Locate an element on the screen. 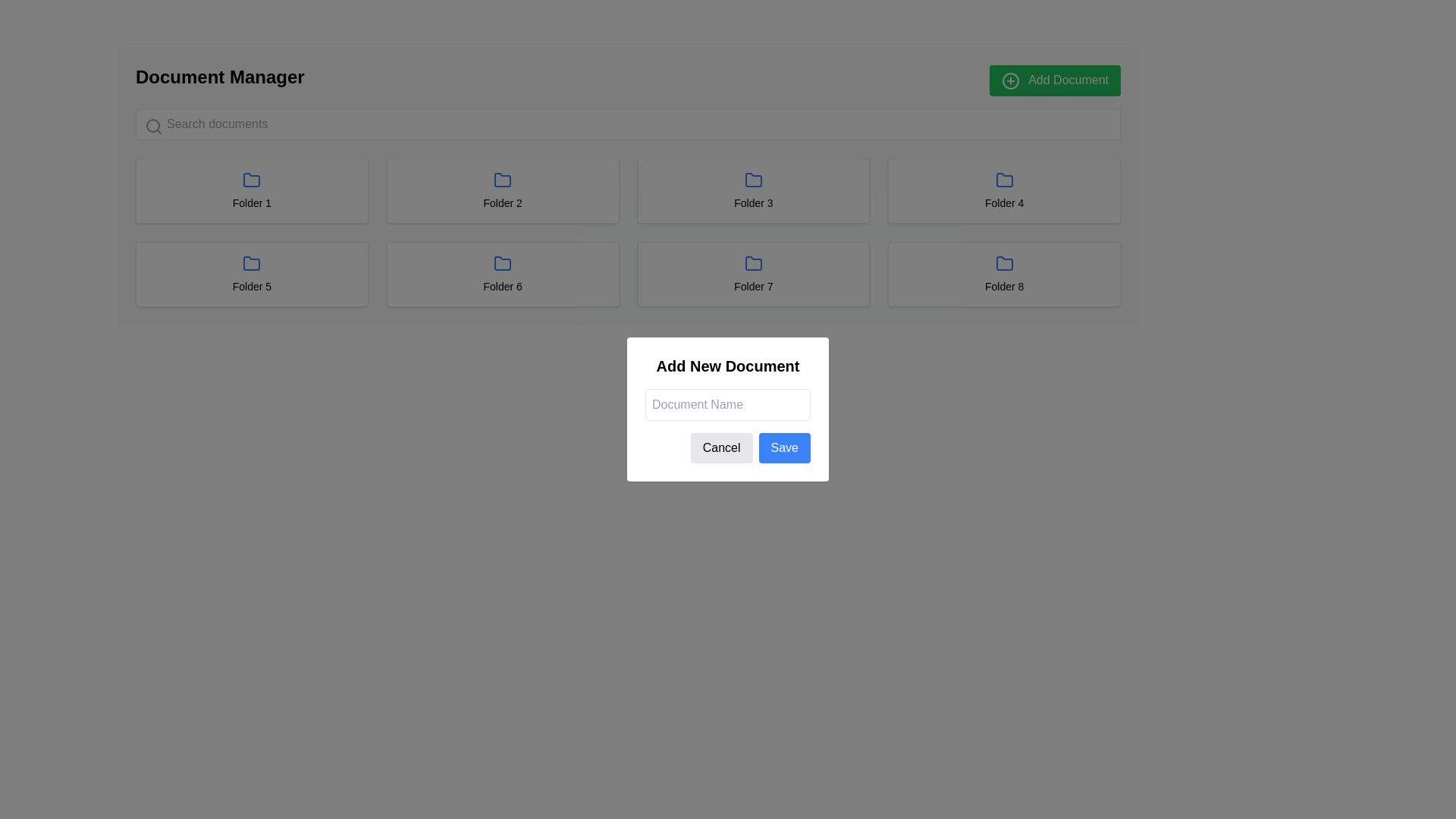 The image size is (1456, 819). the 'Cancel' button located at the bottom-left of the pop-up modal is located at coordinates (720, 447).